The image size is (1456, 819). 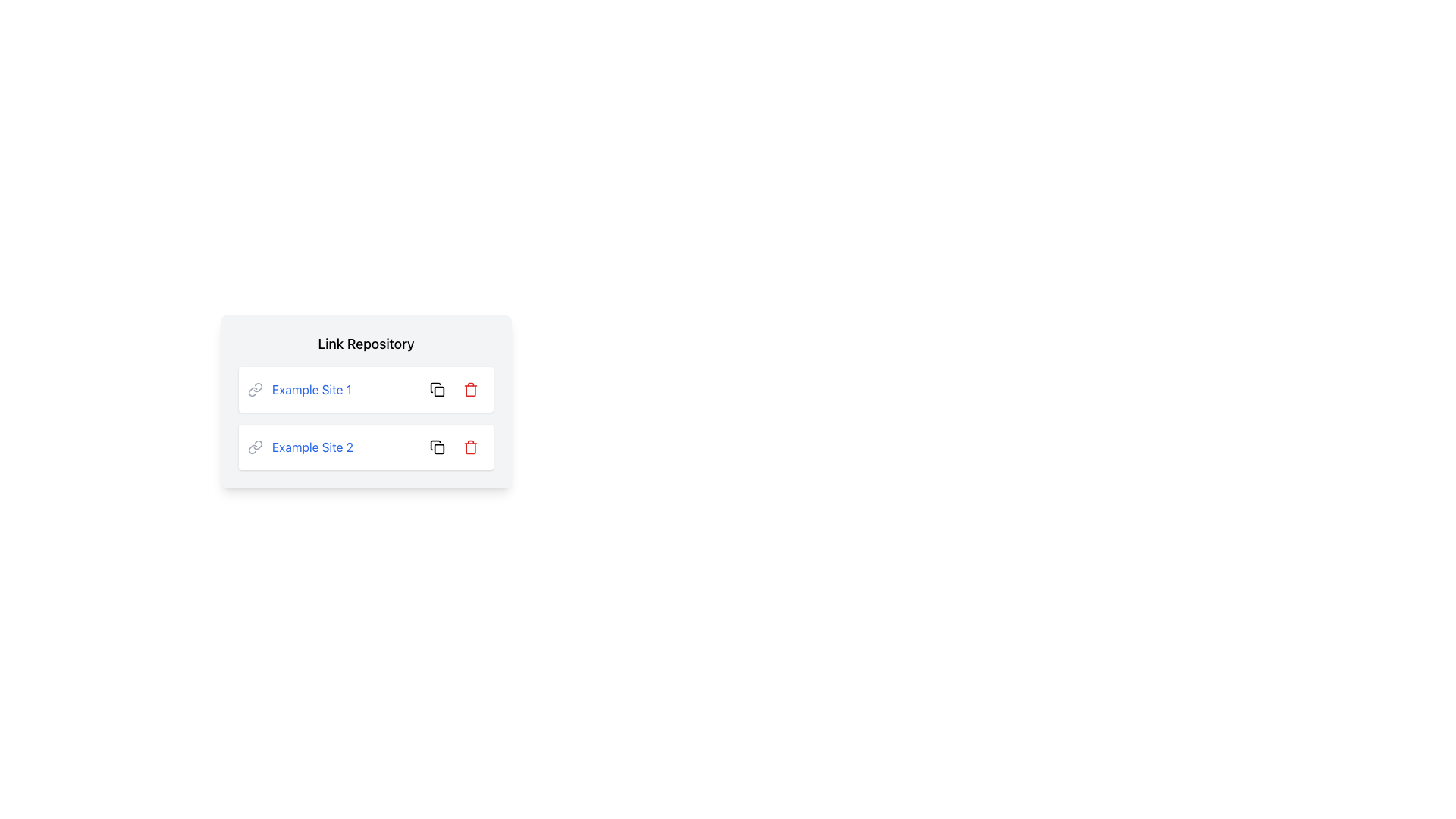 What do you see at coordinates (366, 447) in the screenshot?
I see `the second list item containing a blue hyperlink labeled 'Example Site 2' for hover effects` at bounding box center [366, 447].